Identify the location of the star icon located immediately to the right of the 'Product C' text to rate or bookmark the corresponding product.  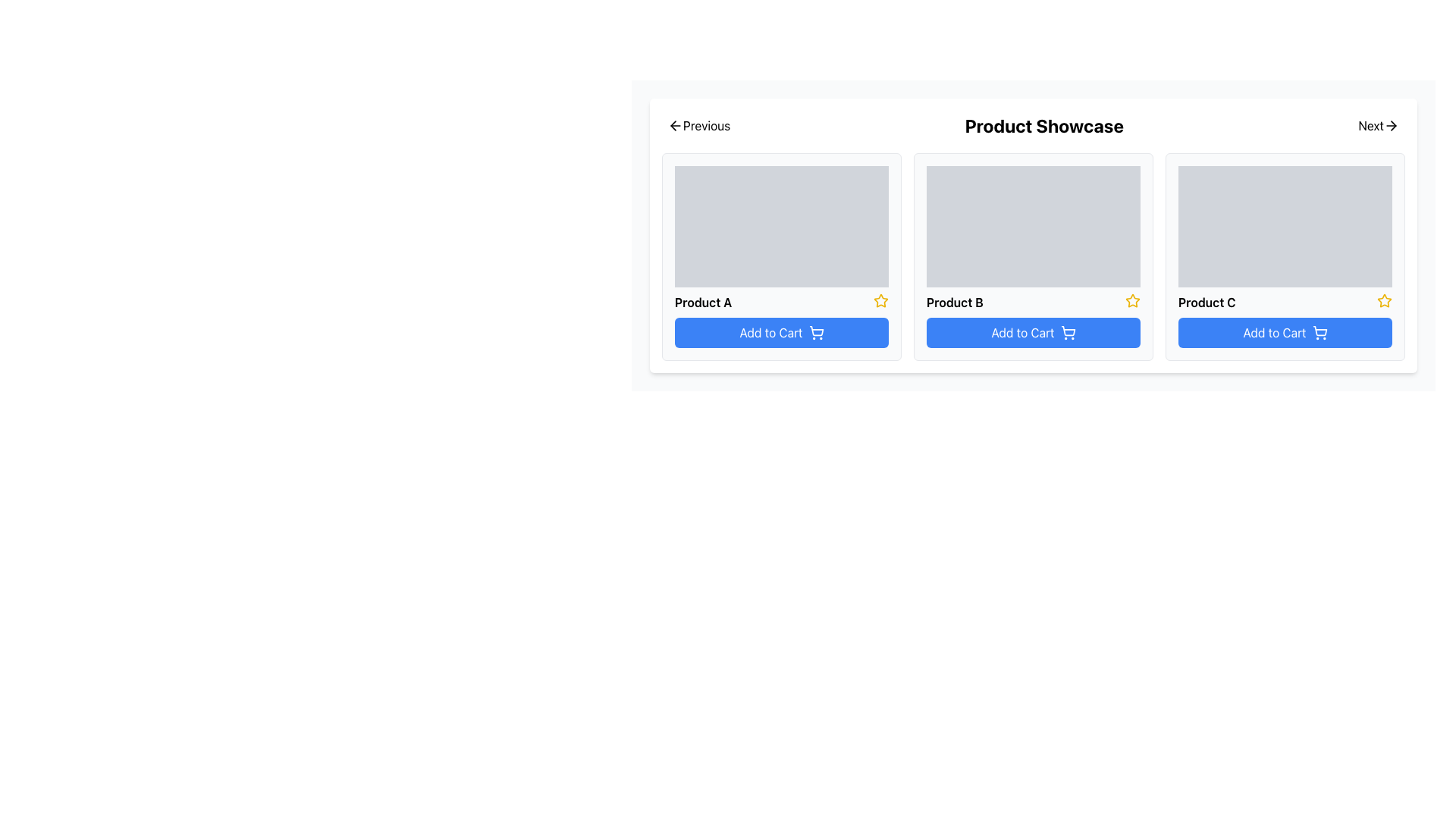
(1384, 301).